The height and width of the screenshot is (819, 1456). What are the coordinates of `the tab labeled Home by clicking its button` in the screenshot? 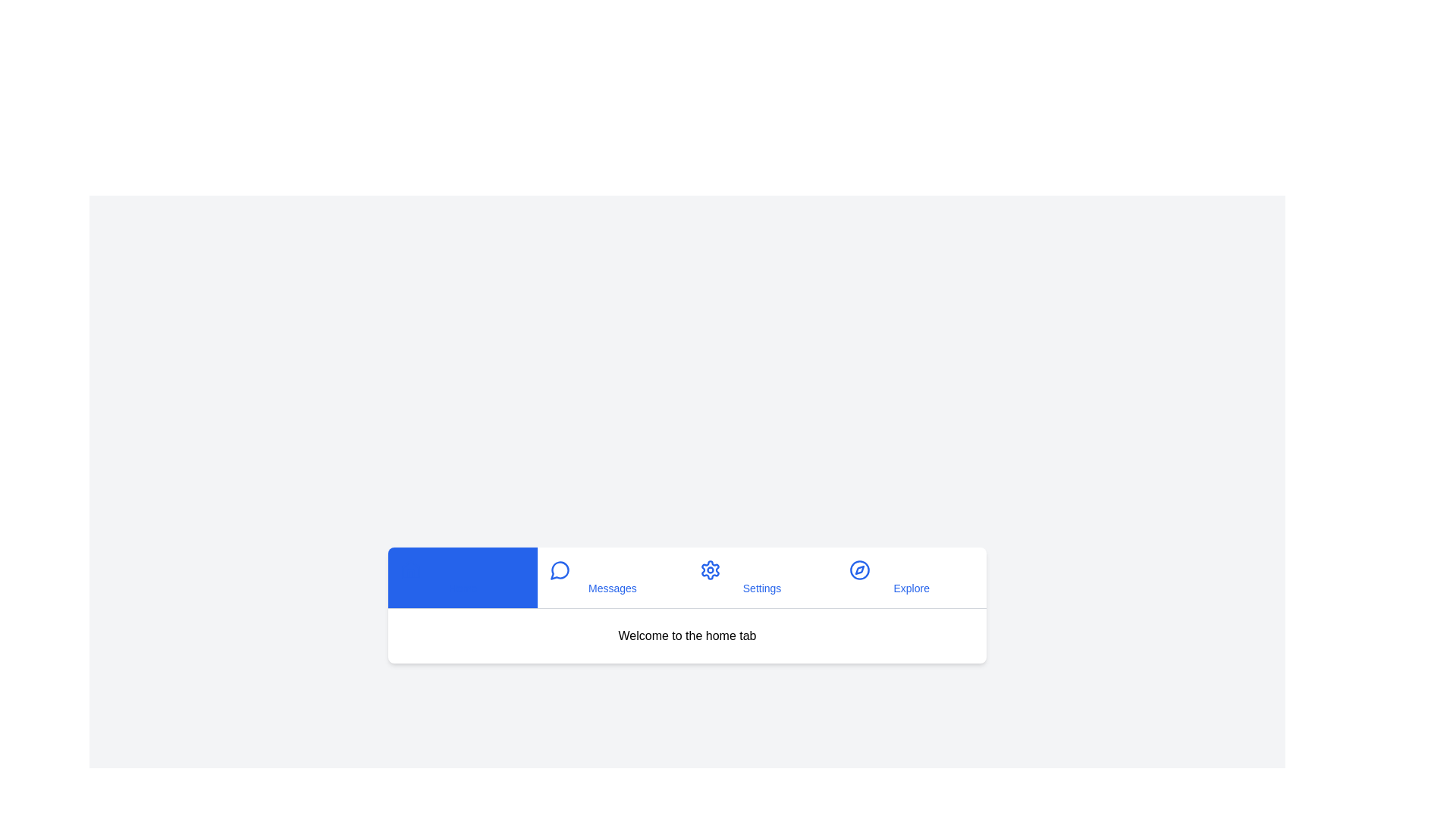 It's located at (462, 577).